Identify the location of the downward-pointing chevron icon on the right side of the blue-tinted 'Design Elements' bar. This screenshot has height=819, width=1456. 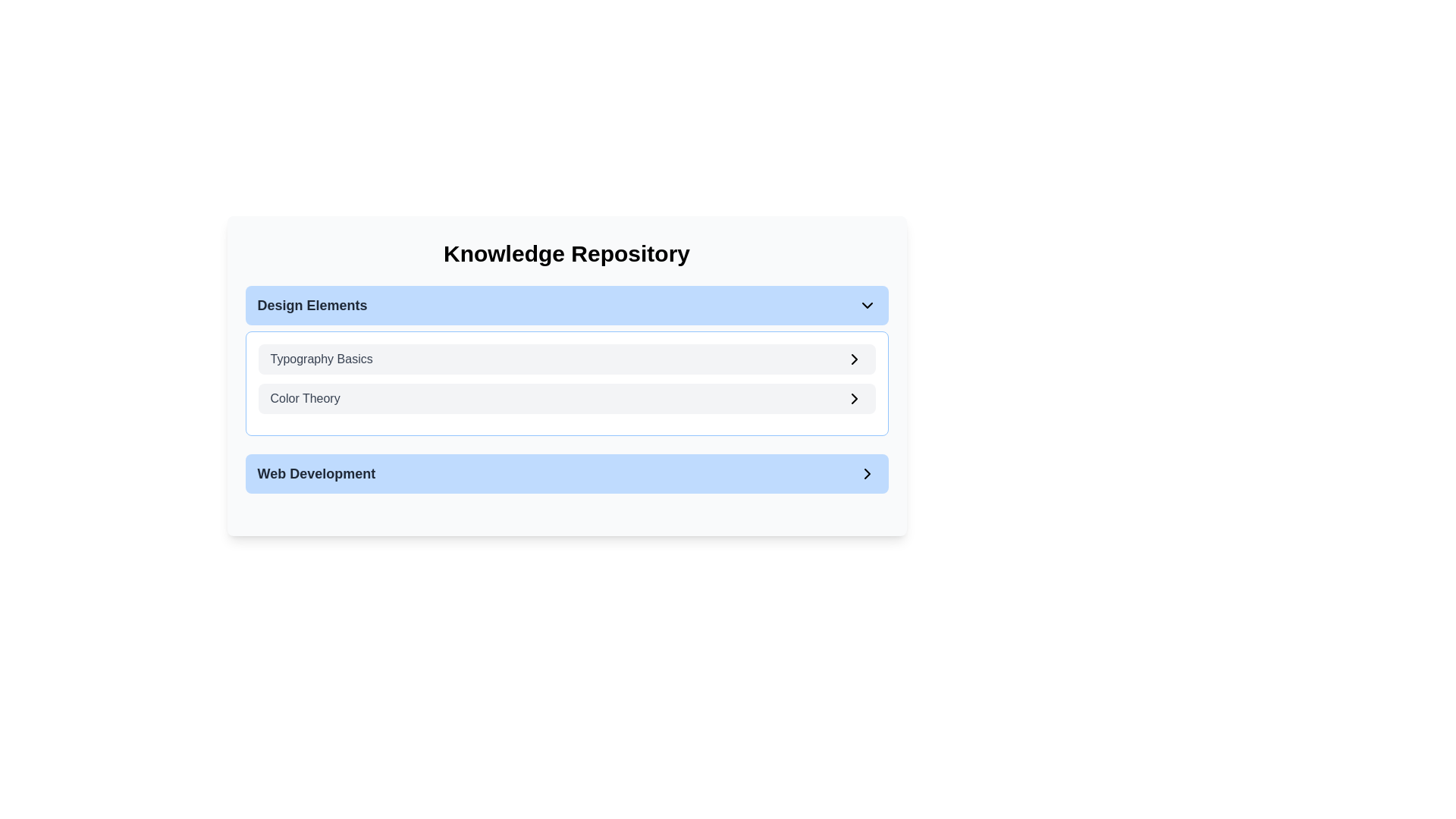
(867, 305).